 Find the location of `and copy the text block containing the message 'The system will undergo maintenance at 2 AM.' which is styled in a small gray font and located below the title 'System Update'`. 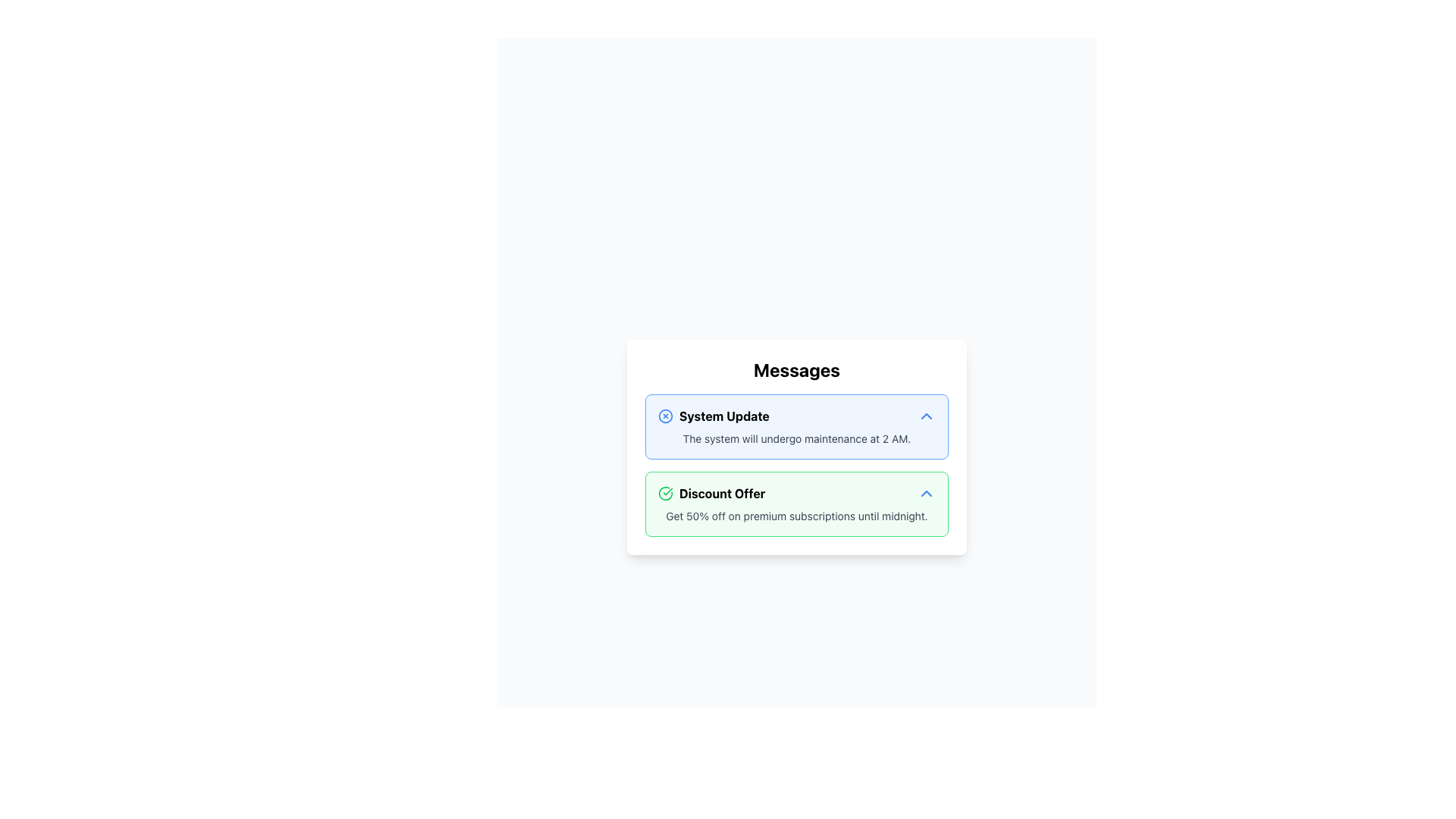

and copy the text block containing the message 'The system will undergo maintenance at 2 AM.' which is styled in a small gray font and located below the title 'System Update' is located at coordinates (796, 438).